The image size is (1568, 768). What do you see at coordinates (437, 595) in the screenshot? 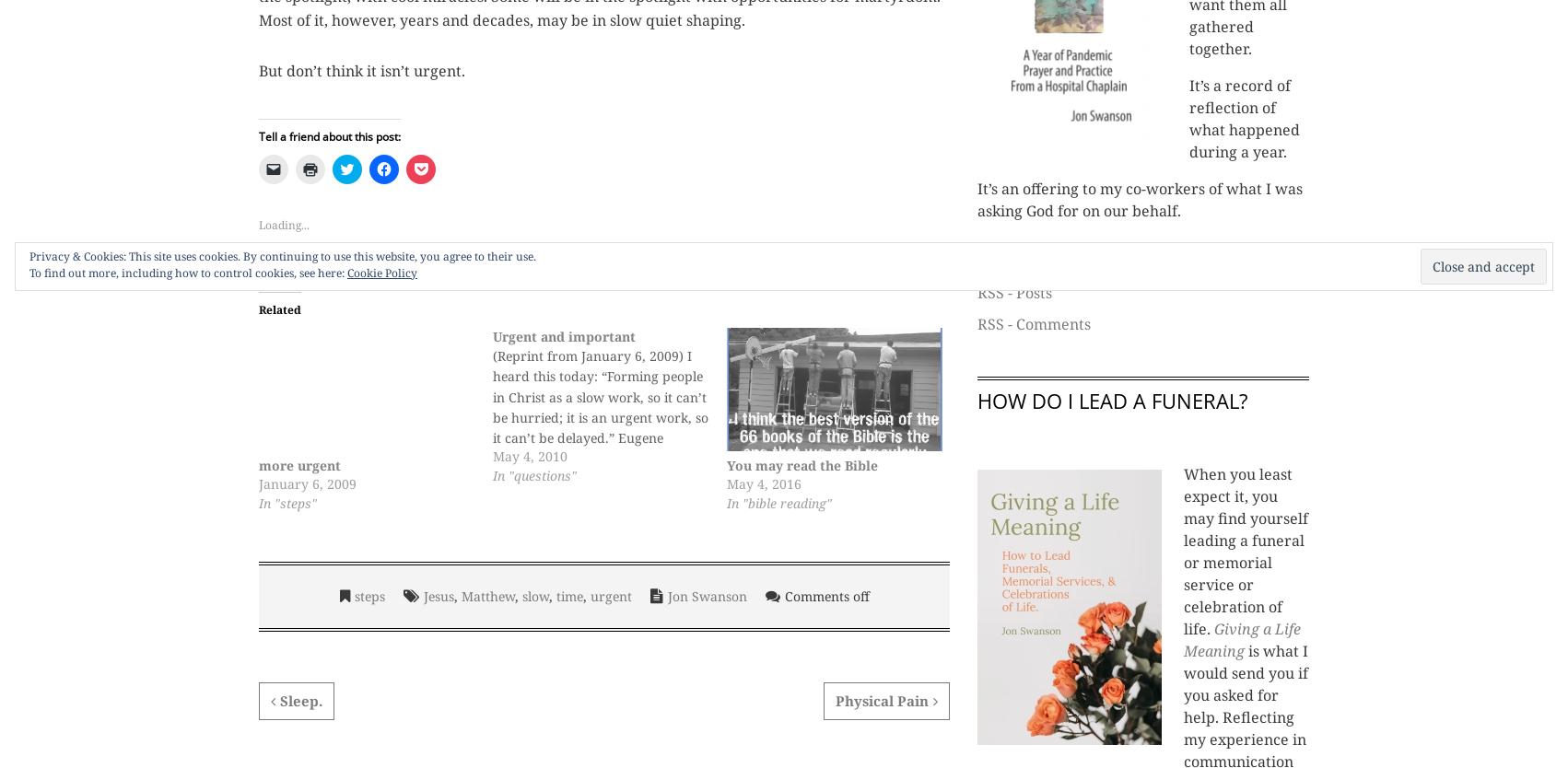
I see `'Jesus'` at bounding box center [437, 595].